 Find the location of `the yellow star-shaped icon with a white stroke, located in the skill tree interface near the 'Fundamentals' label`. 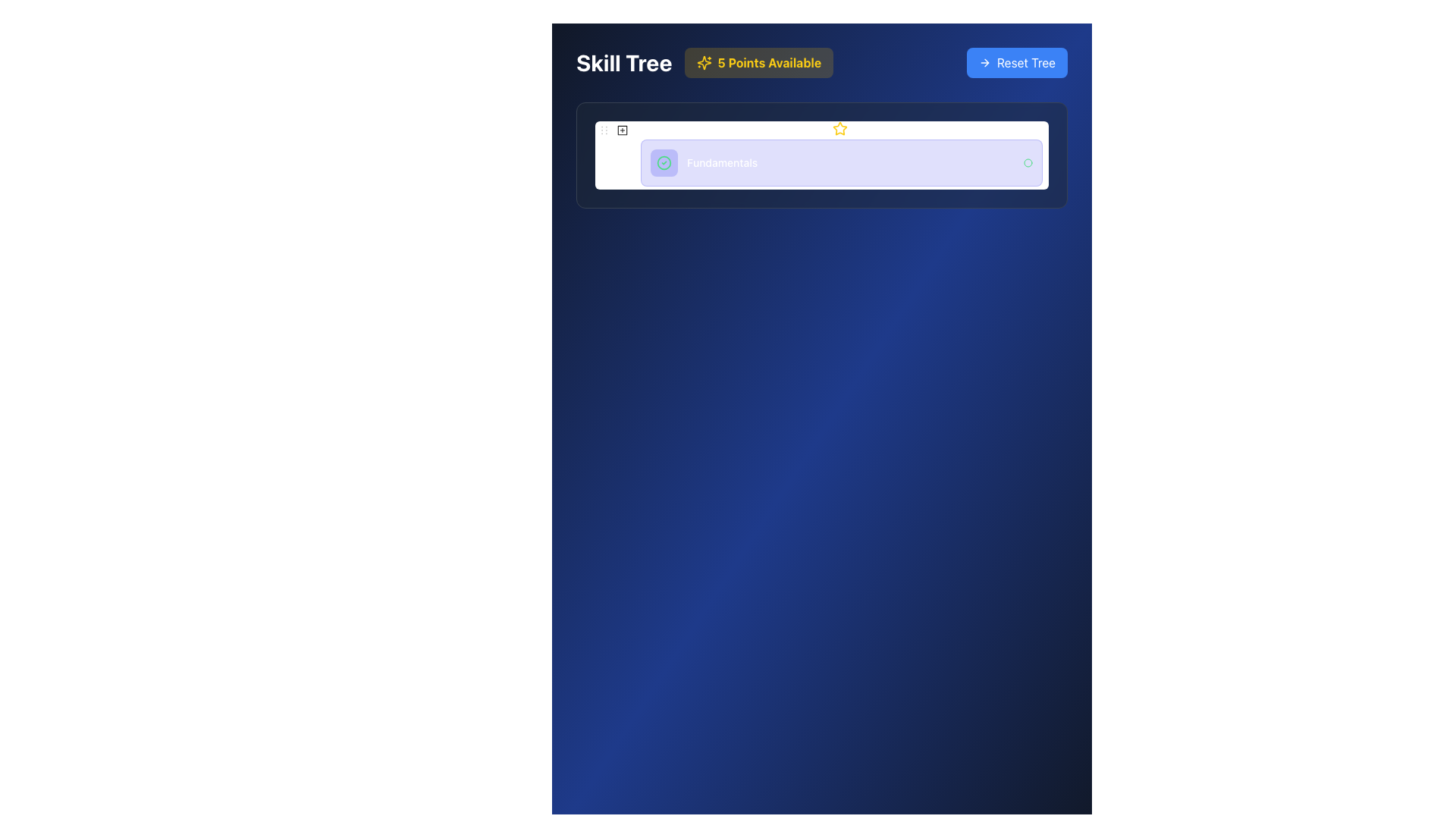

the yellow star-shaped icon with a white stroke, located in the skill tree interface near the 'Fundamentals' label is located at coordinates (839, 127).